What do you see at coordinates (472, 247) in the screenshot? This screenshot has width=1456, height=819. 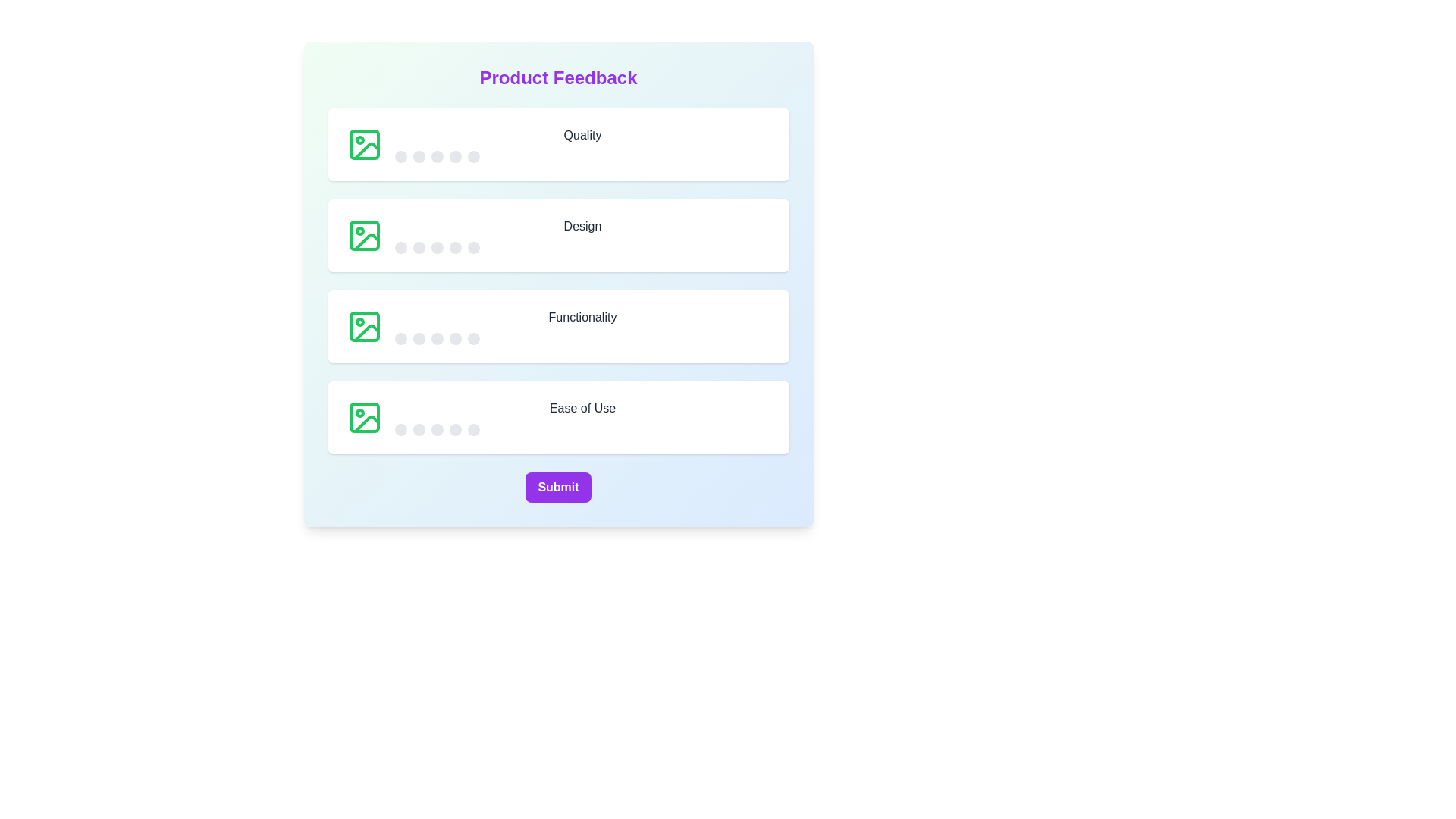 I see `the star corresponding to 5 for the 'Design' category` at bounding box center [472, 247].